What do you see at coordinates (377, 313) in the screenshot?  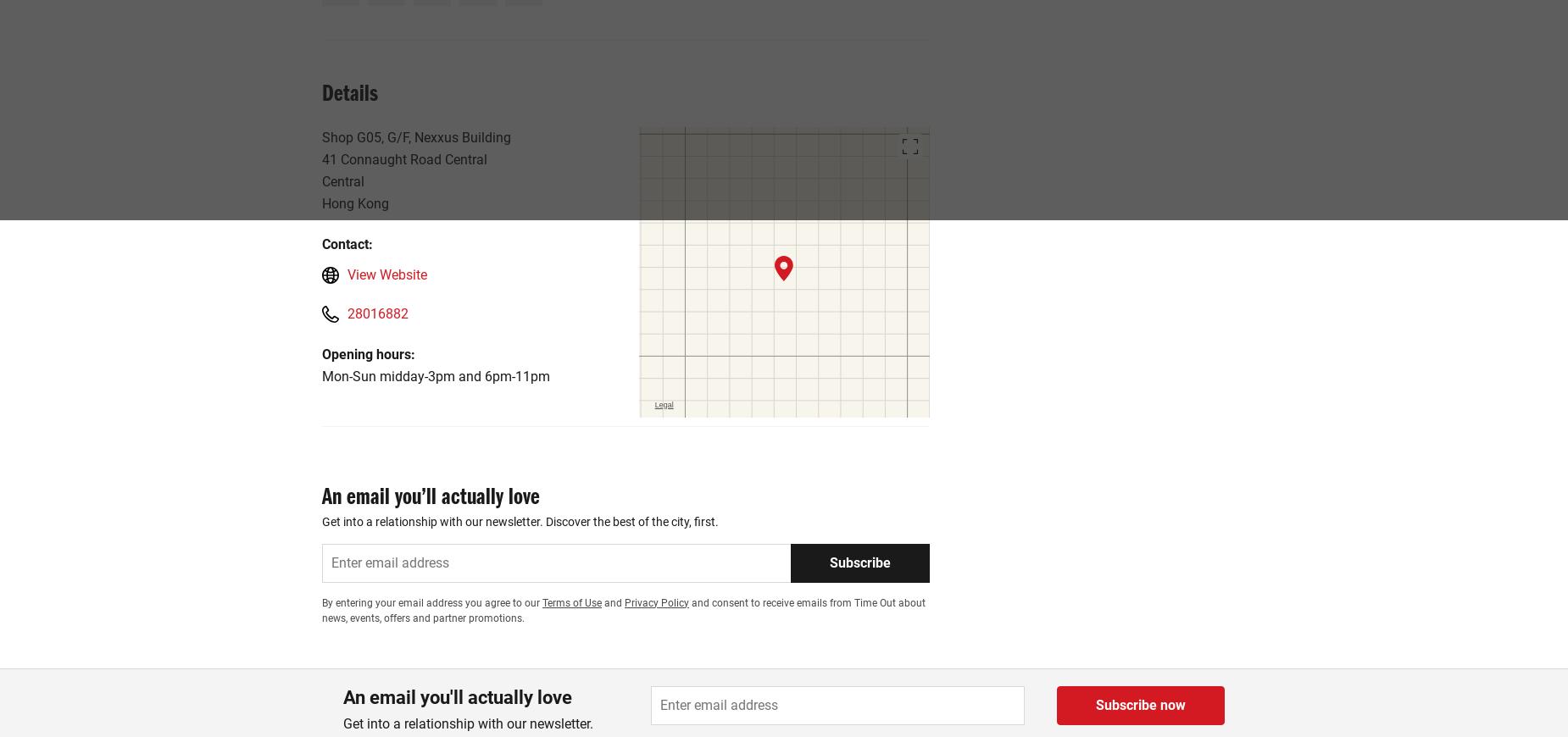 I see `'28016882'` at bounding box center [377, 313].